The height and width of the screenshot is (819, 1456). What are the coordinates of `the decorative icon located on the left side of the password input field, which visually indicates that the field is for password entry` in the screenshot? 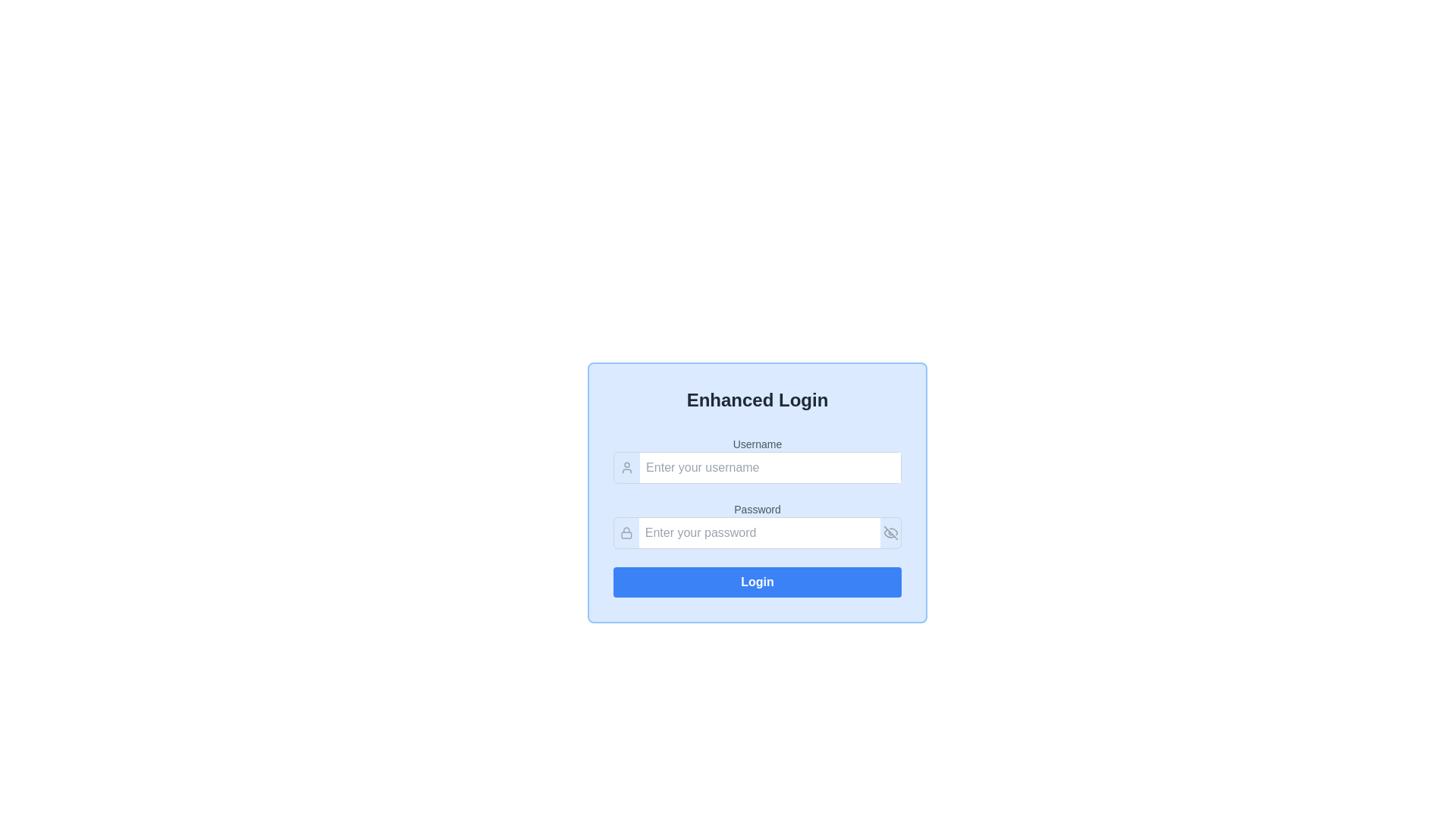 It's located at (626, 532).